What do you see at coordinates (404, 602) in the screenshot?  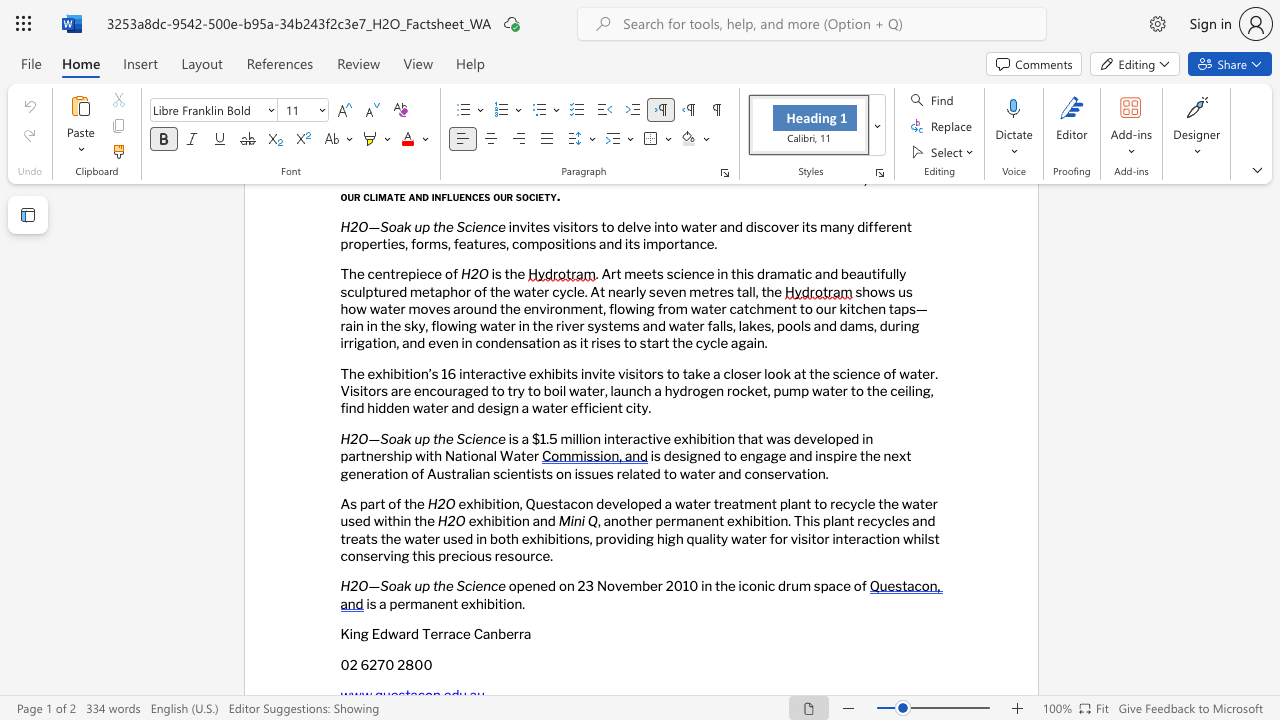 I see `the subset text "rma" within the text "is a permanent exhibition."` at bounding box center [404, 602].